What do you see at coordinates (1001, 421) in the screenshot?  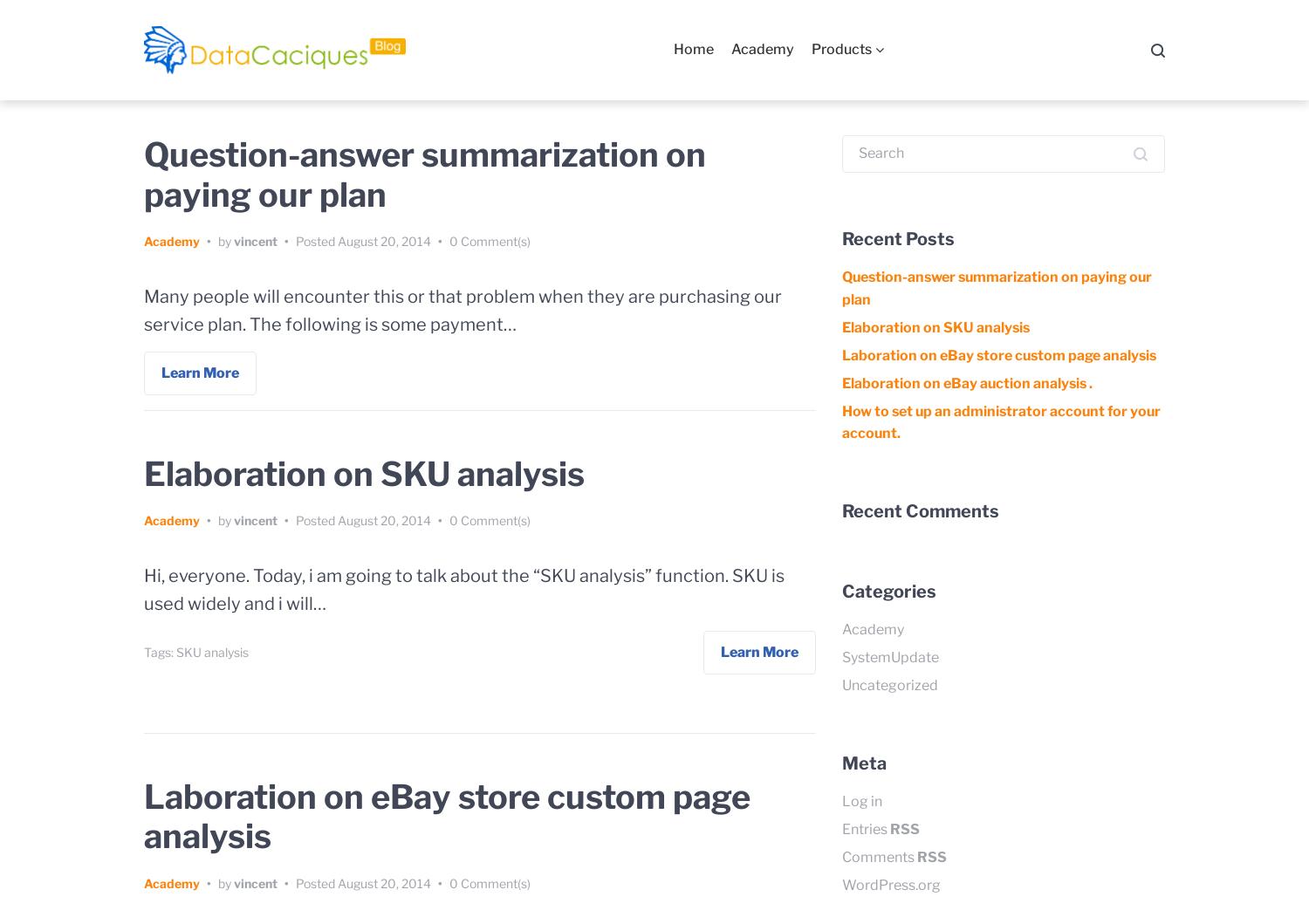 I see `'How to set up an administrator account for your account.'` at bounding box center [1001, 421].